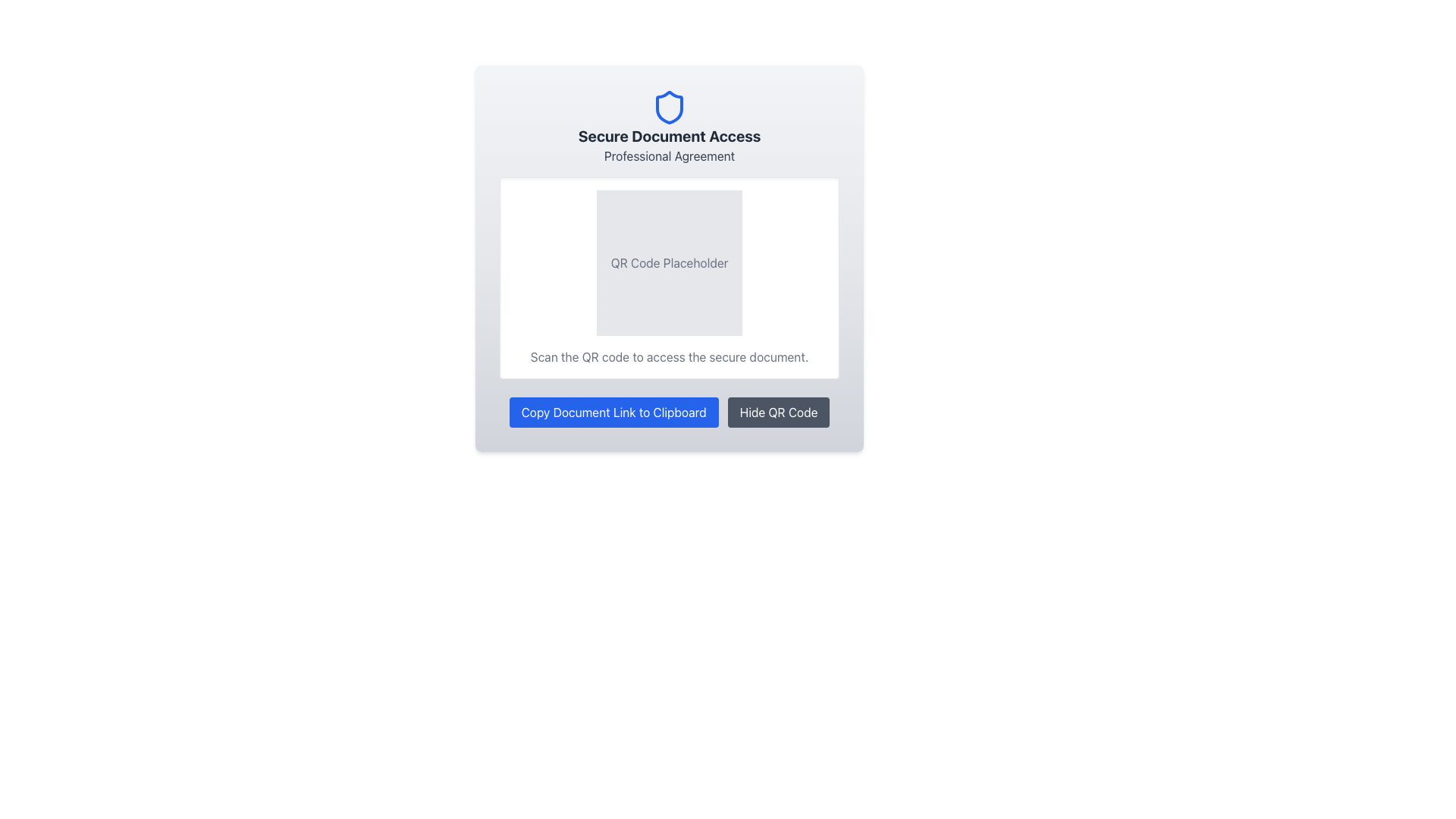  Describe the element at coordinates (669, 262) in the screenshot. I see `the text element displaying 'QR Code Placeholder' which is located in a light gray square box with dashed borders` at that location.